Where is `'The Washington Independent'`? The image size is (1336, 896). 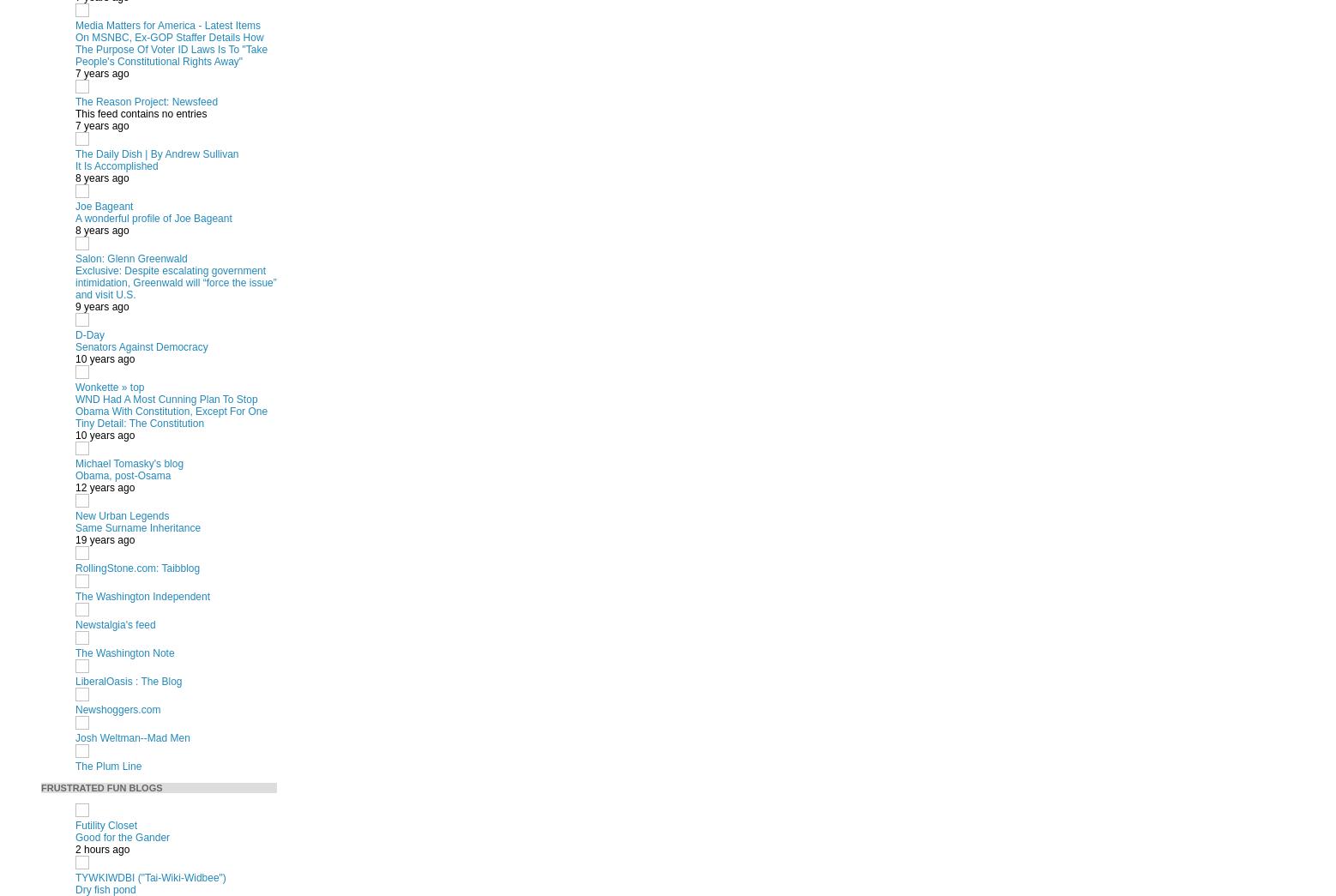 'The Washington Independent' is located at coordinates (142, 596).